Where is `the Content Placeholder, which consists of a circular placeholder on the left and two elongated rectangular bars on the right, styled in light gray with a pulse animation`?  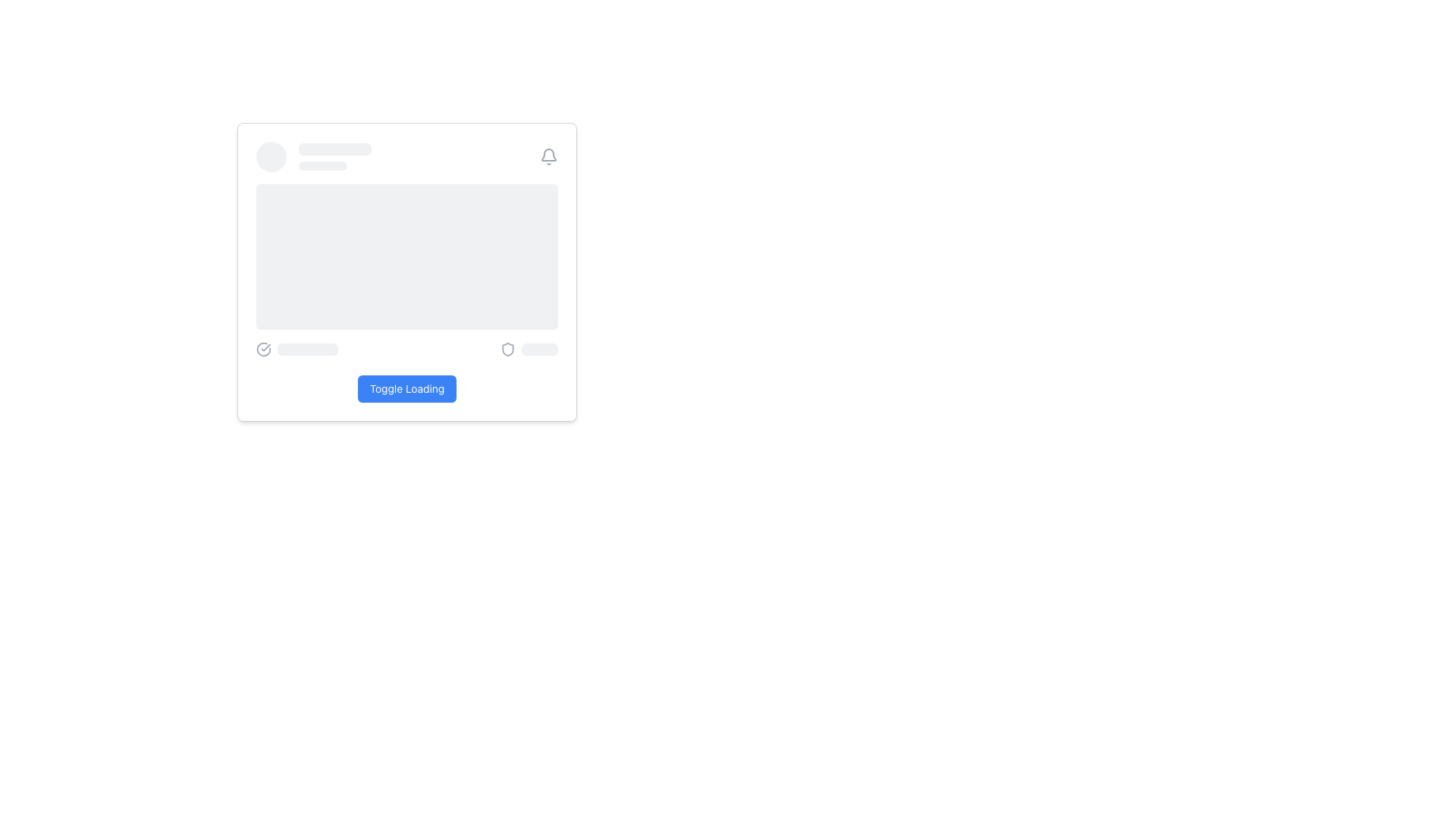
the Content Placeholder, which consists of a circular placeholder on the left and two elongated rectangular bars on the right, styled in light gray with a pulse animation is located at coordinates (312, 157).